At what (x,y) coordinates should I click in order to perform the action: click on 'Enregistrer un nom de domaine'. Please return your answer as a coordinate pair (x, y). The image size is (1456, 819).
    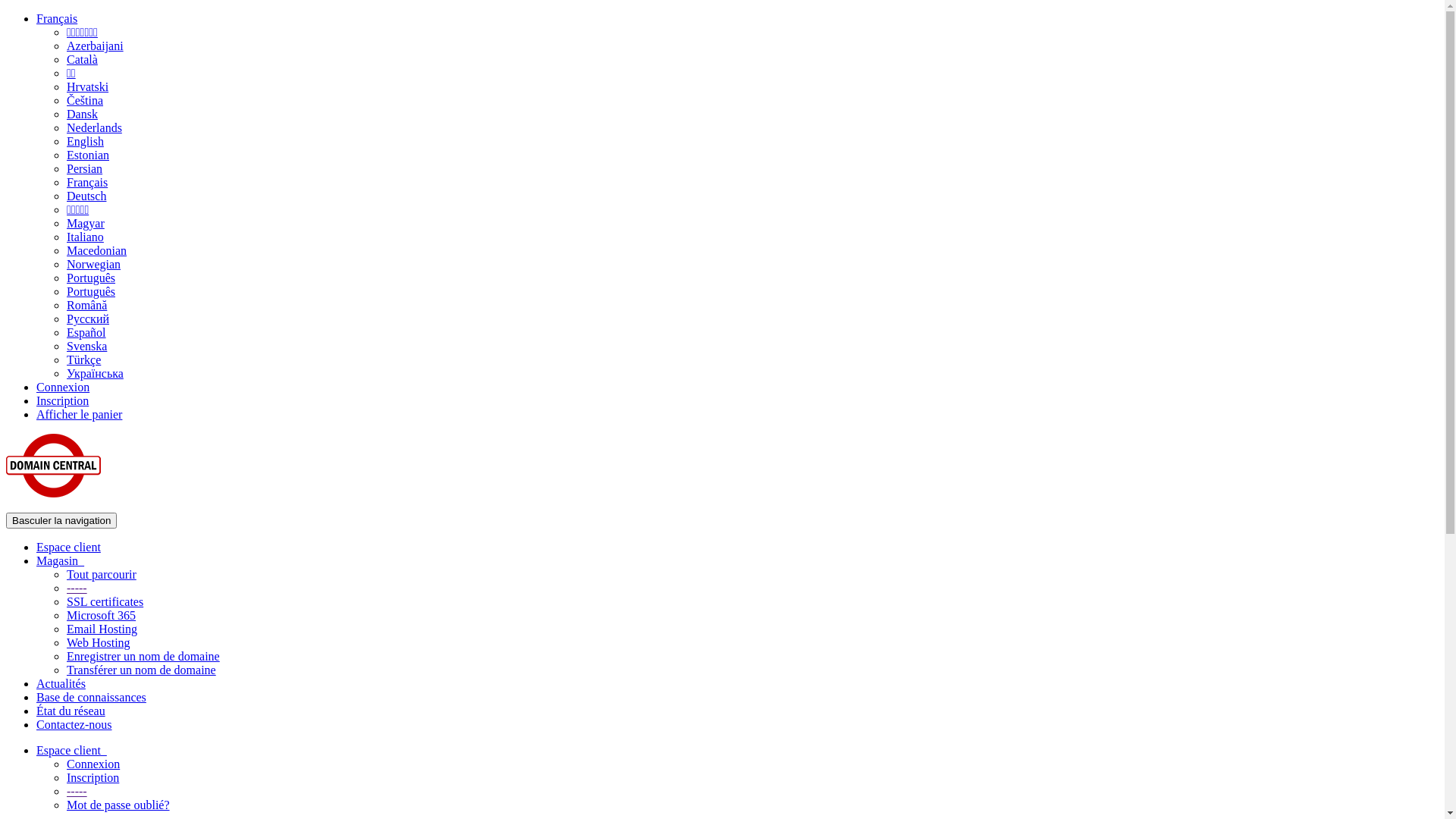
    Looking at the image, I should click on (143, 655).